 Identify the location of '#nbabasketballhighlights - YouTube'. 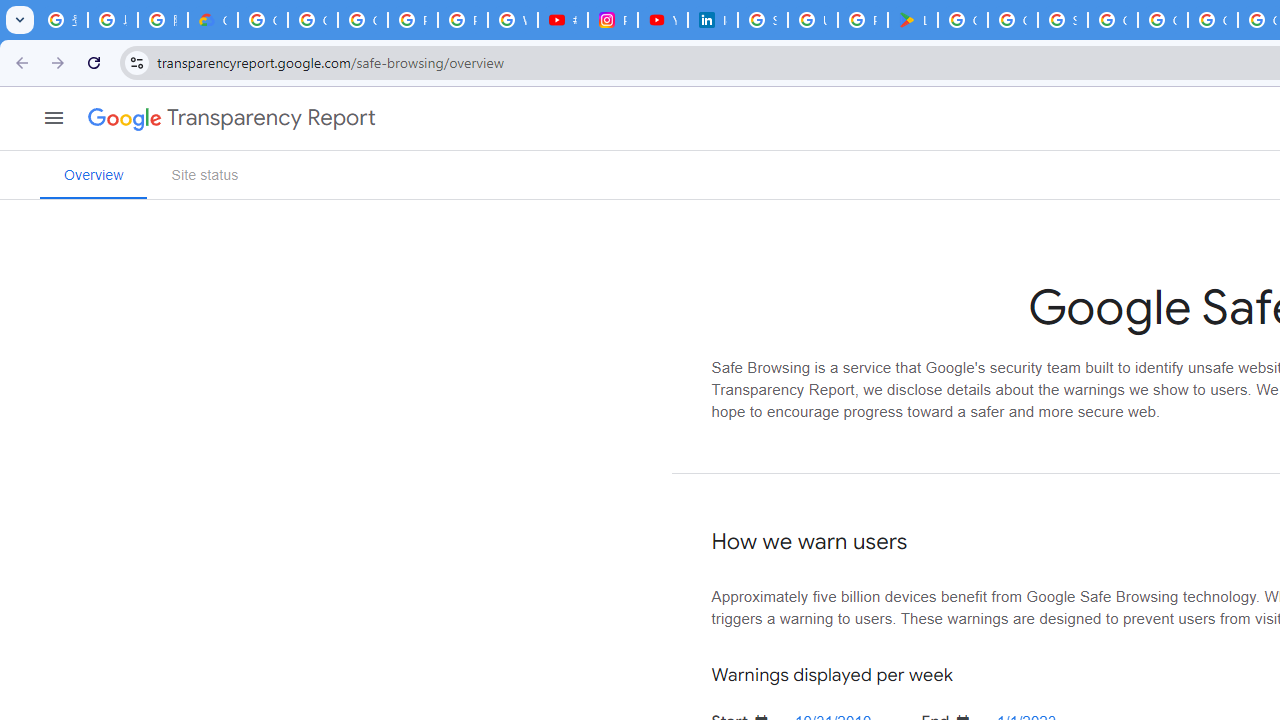
(561, 20).